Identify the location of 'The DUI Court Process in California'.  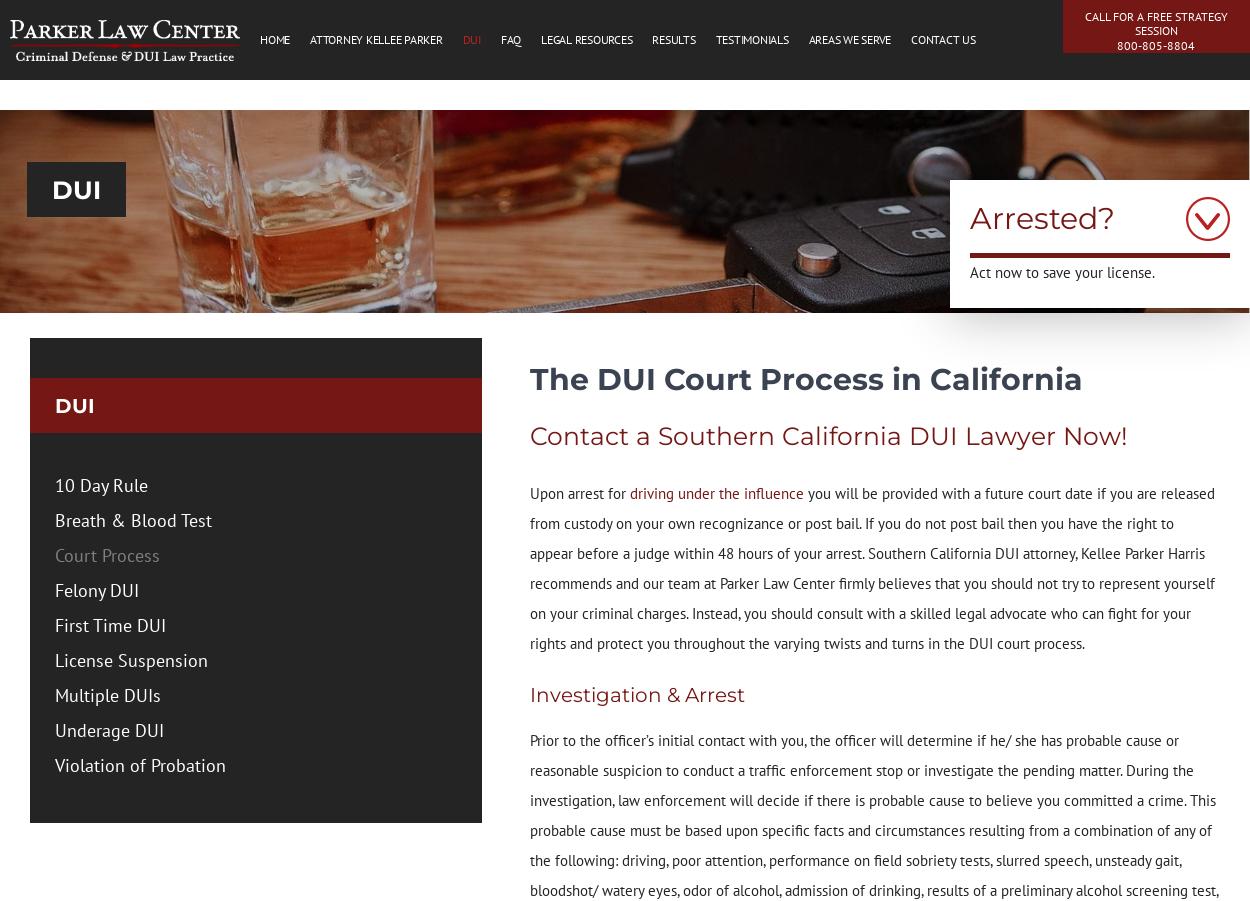
(805, 377).